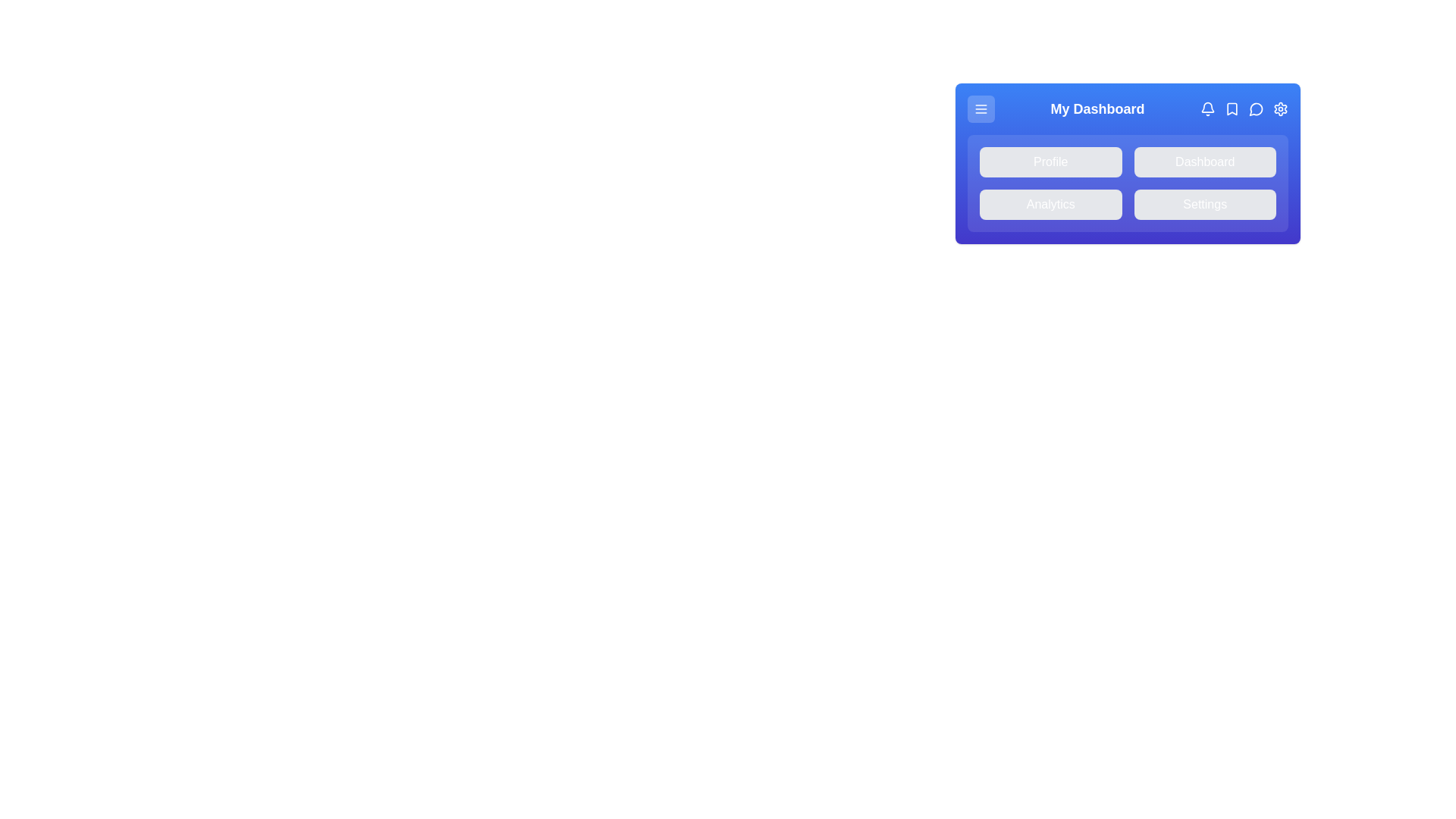  I want to click on the 'Settings' button in the menu, so click(1280, 108).